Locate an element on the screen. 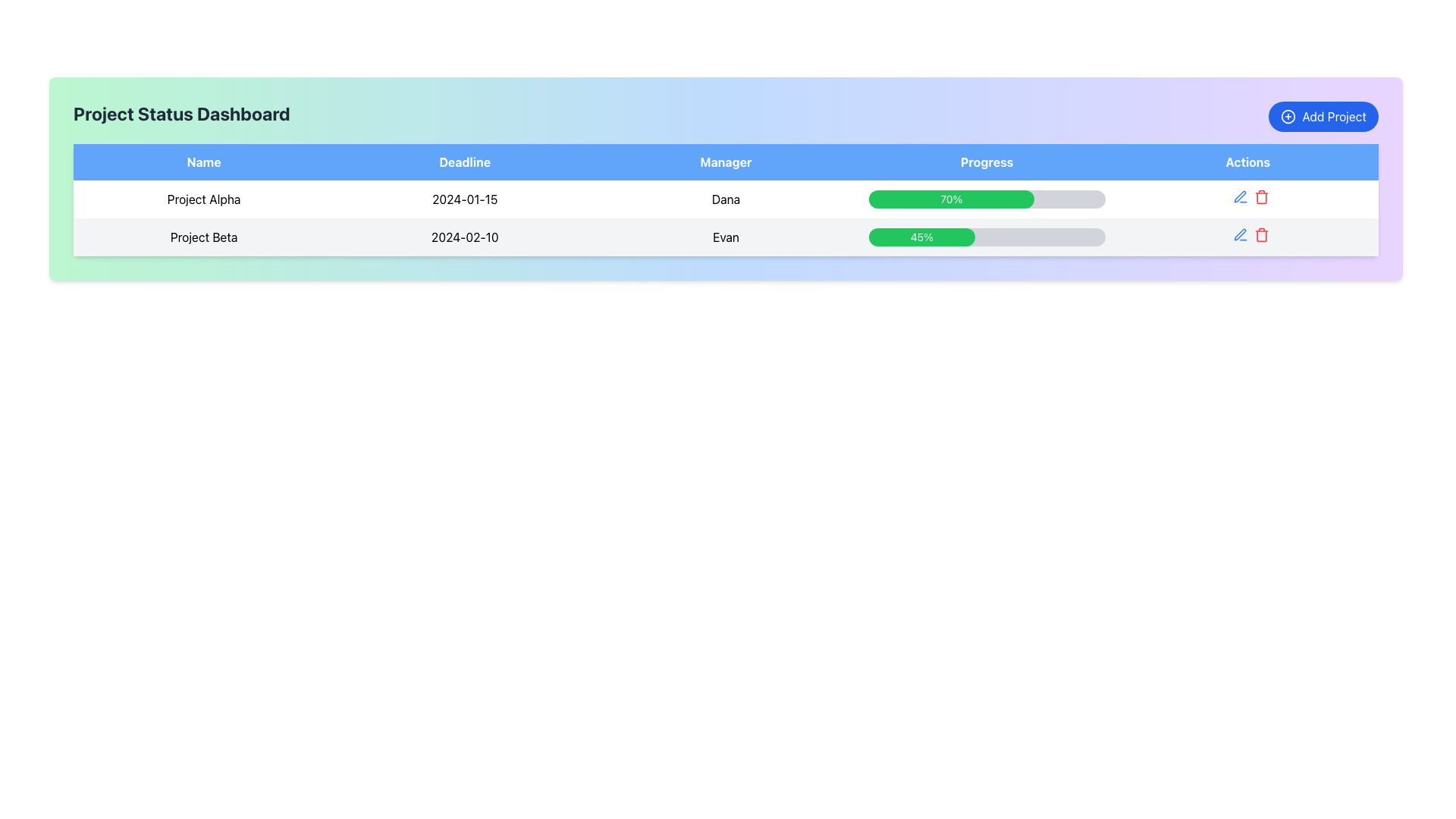 The height and width of the screenshot is (819, 1456). the 'Deadline' text label in the header row of the table, which has a blue background and white text, located between 'Name' and 'Manager' is located at coordinates (464, 162).